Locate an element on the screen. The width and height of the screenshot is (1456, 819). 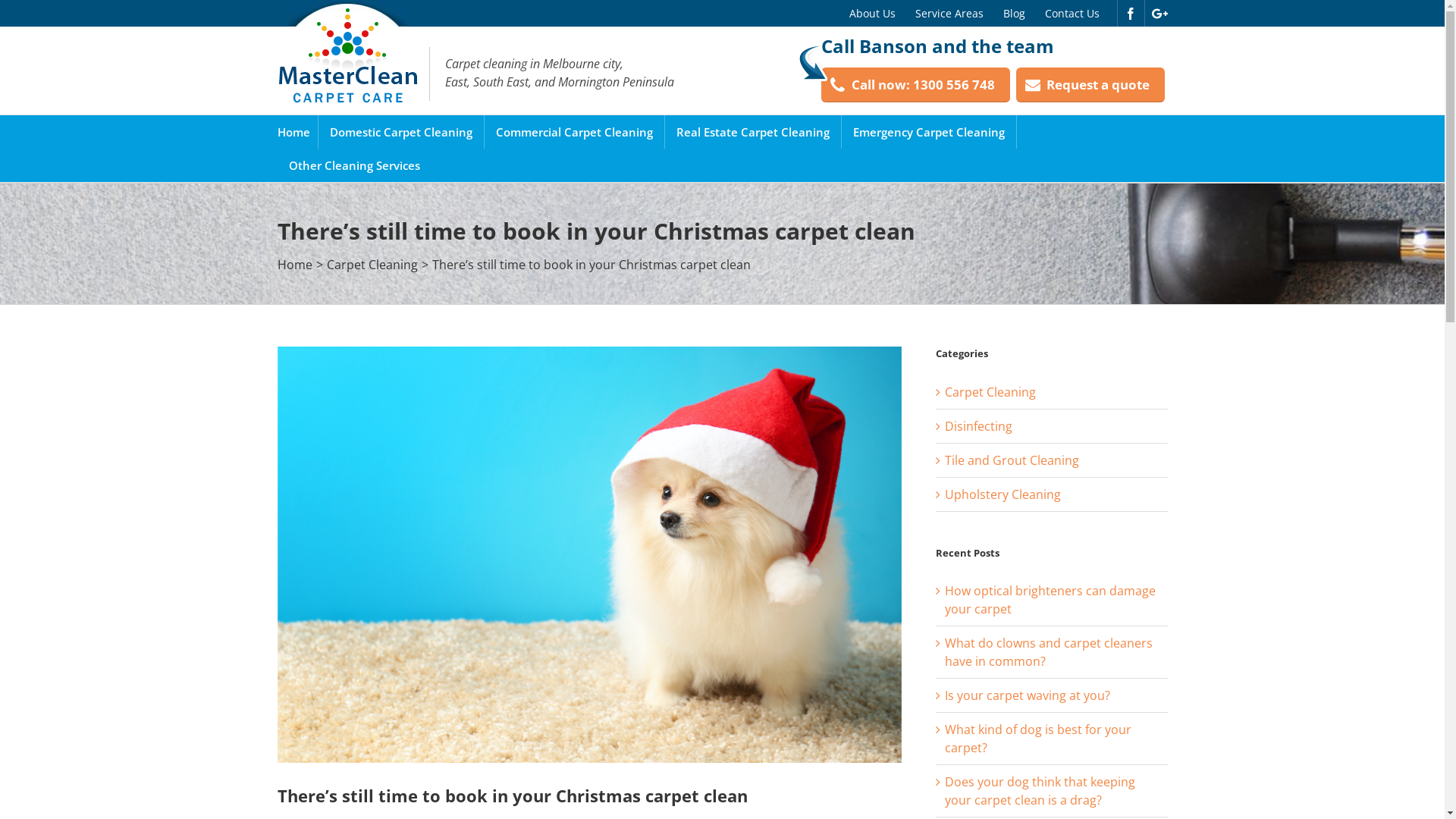
'Call now: 1300 556 748' is located at coordinates (914, 85).